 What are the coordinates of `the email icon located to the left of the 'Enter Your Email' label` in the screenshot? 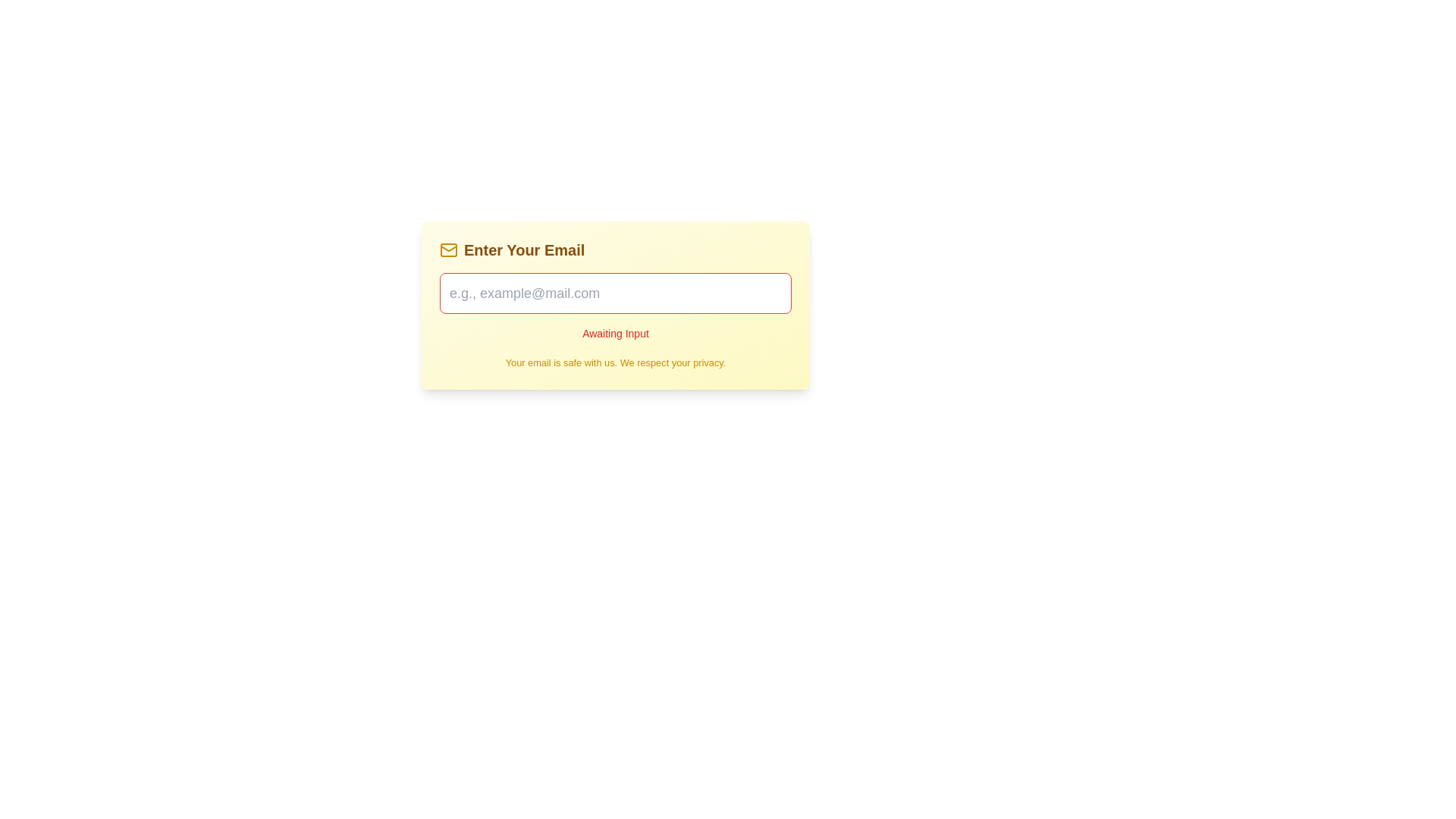 It's located at (447, 249).